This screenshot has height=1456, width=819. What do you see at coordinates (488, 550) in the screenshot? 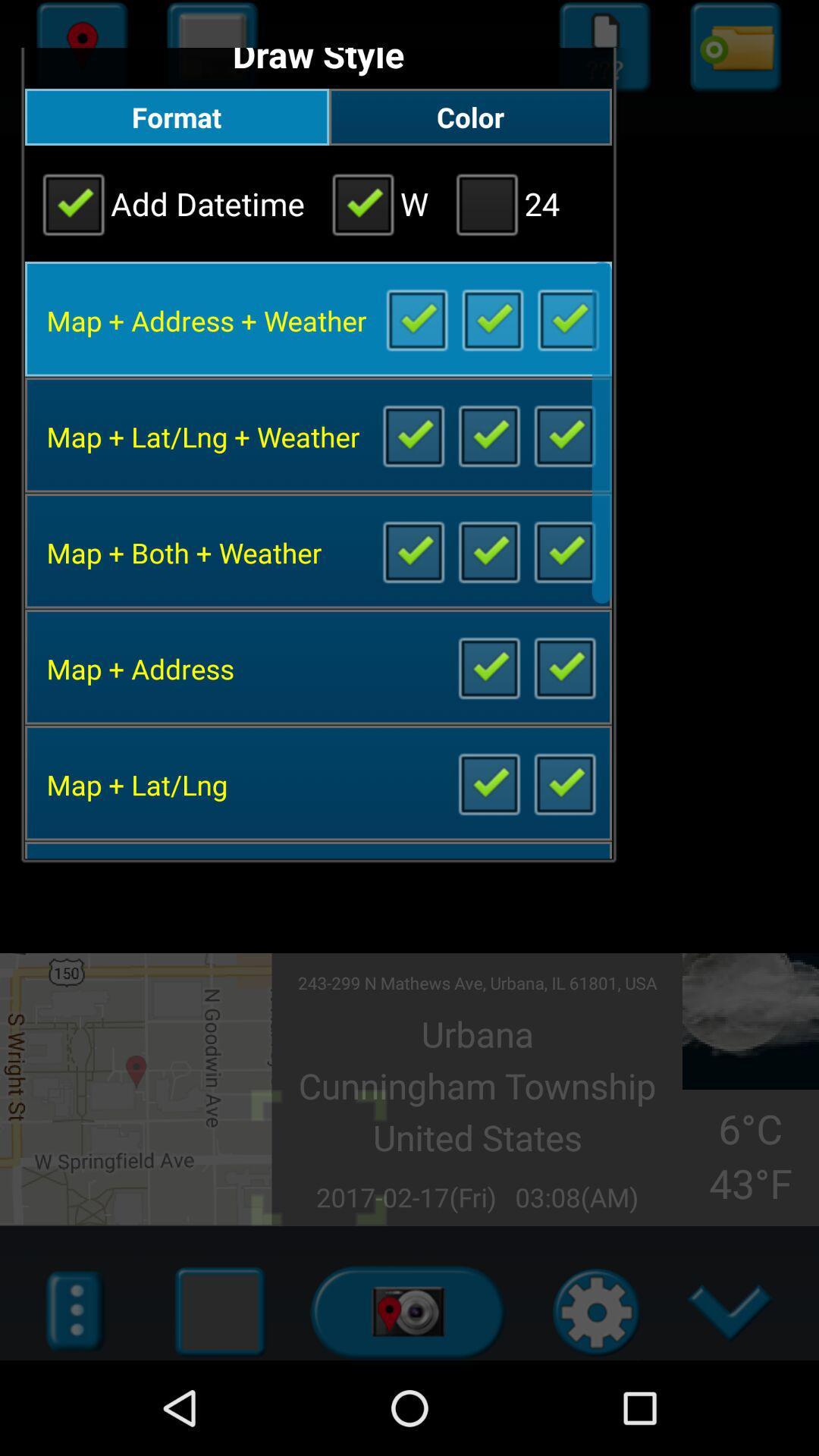
I see `include both map weather` at bounding box center [488, 550].